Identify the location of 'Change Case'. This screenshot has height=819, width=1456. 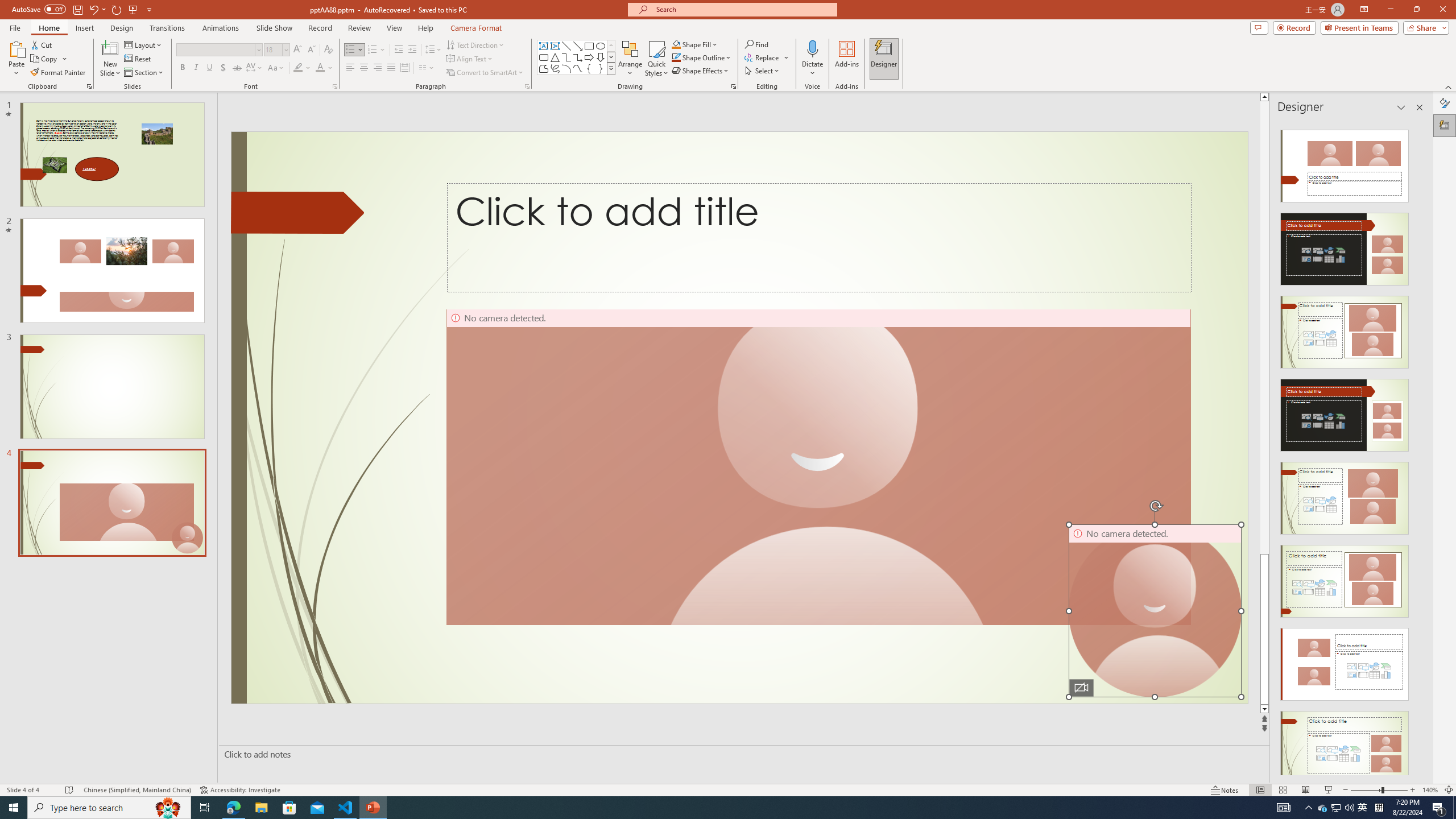
(276, 67).